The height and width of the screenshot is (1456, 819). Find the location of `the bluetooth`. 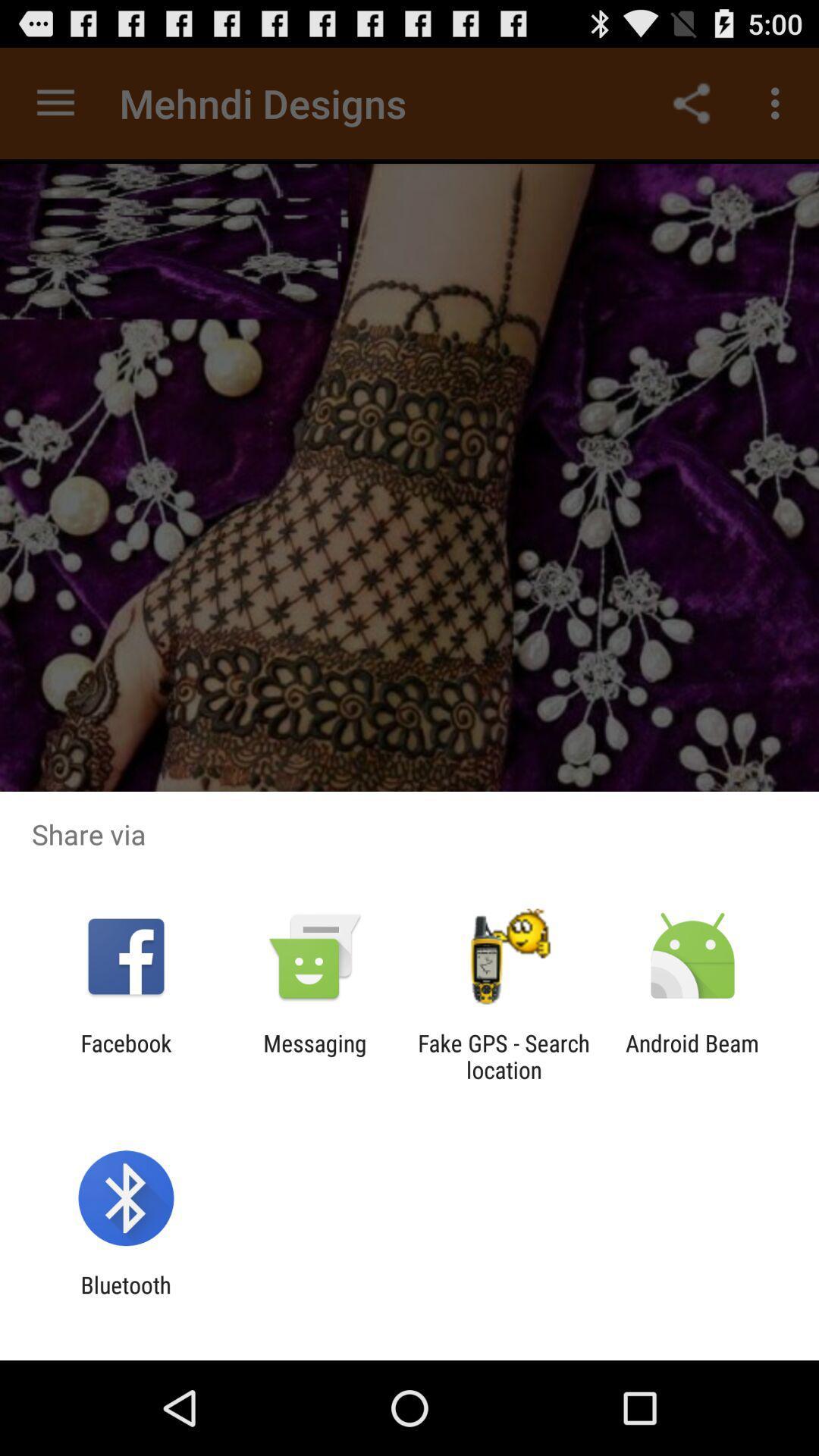

the bluetooth is located at coordinates (125, 1298).